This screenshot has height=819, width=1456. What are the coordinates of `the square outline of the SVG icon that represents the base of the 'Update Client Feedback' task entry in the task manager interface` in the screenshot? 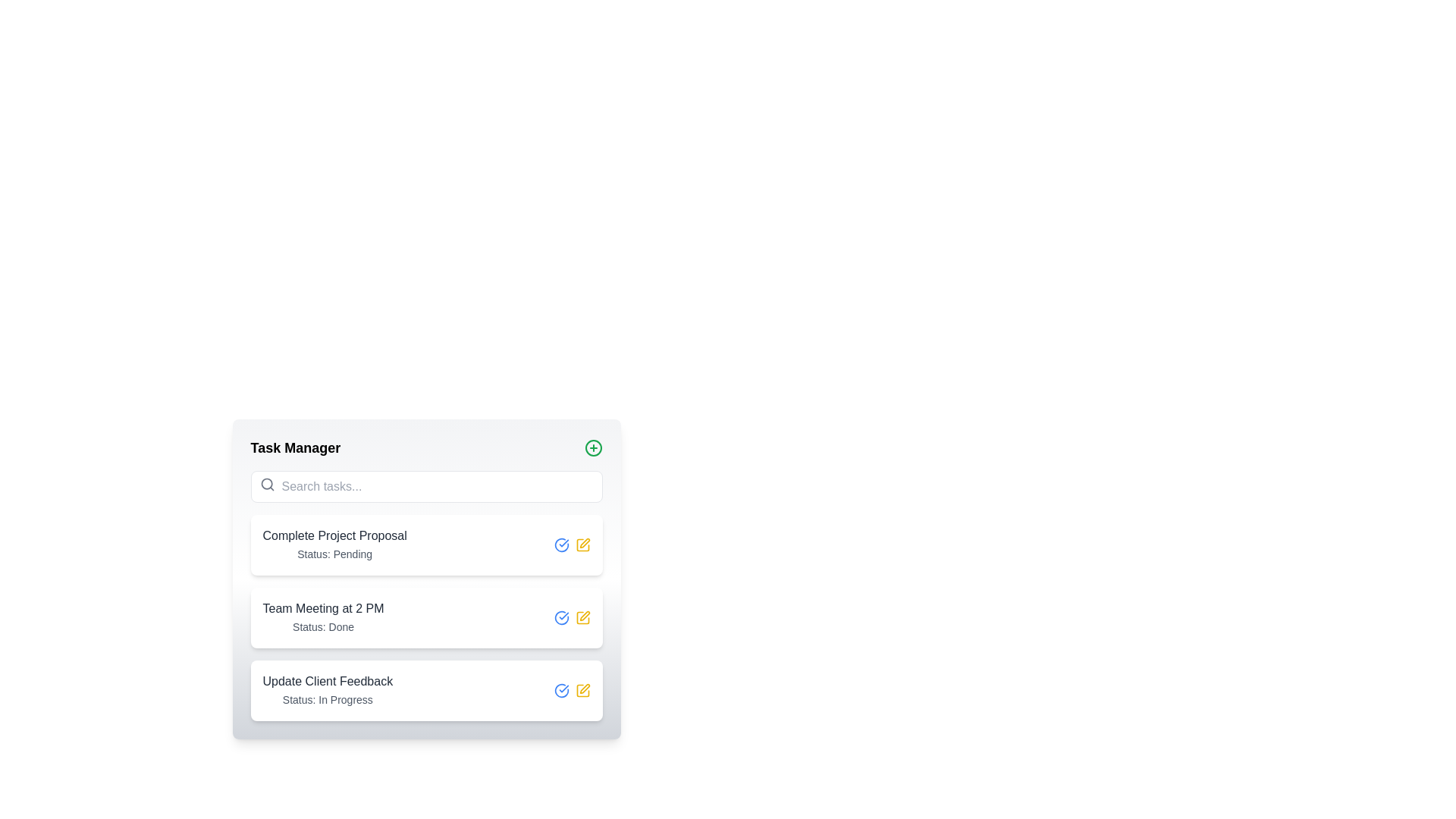 It's located at (582, 690).